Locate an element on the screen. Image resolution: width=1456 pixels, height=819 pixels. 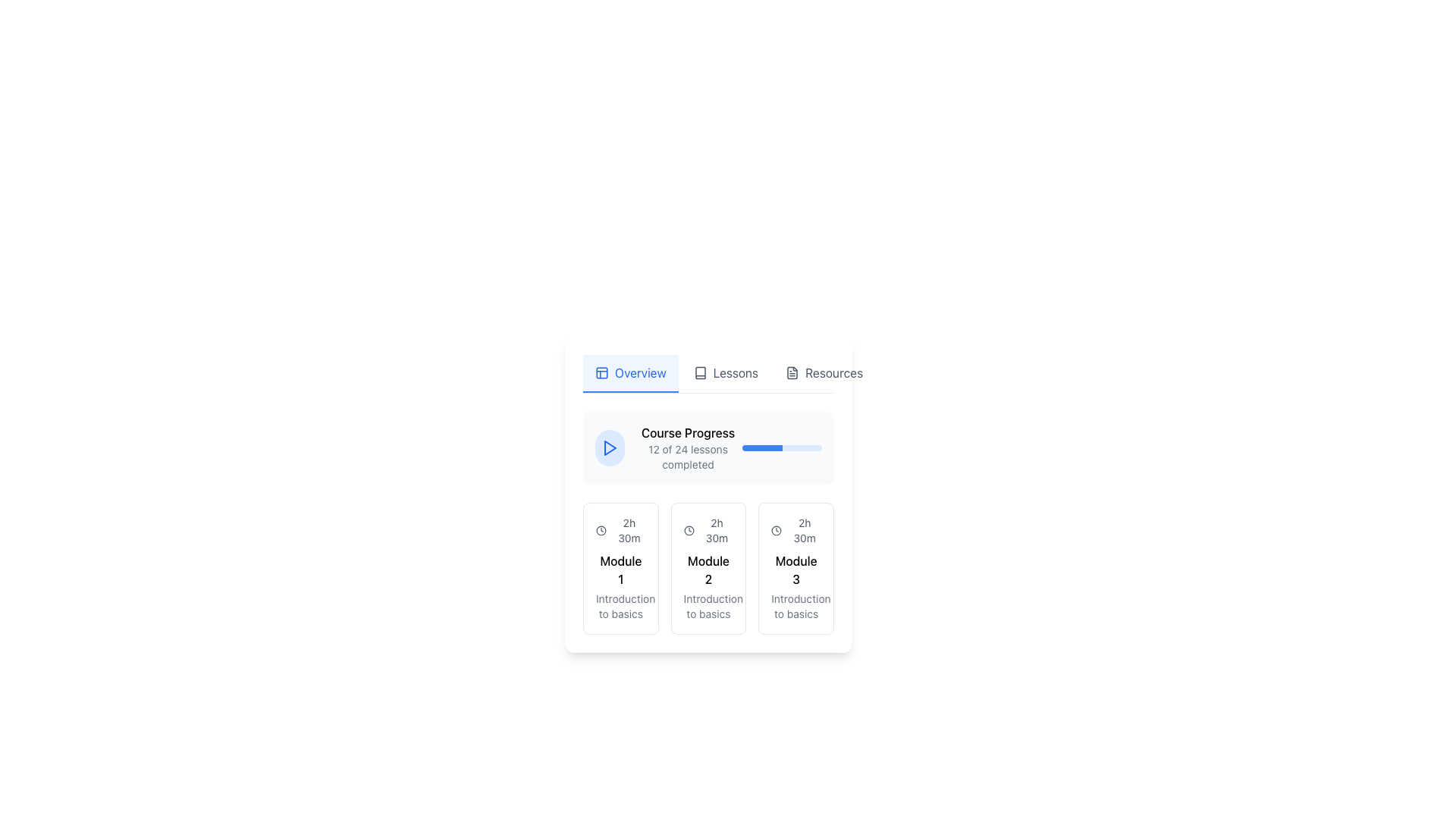
clock icon located in the lower section of the 'Module 3' card, which features a minimalist design with hour and minute hands is located at coordinates (777, 529).